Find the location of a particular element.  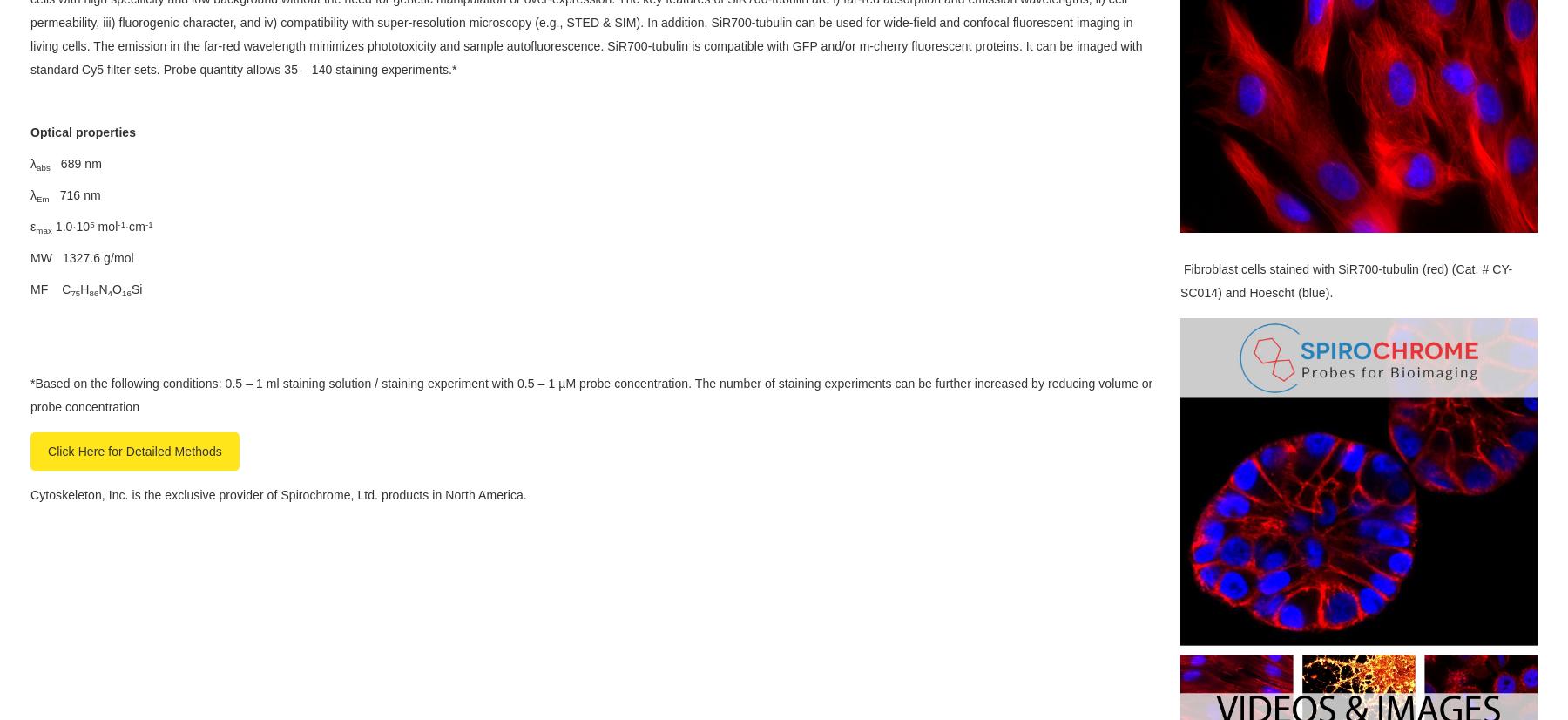

'86' is located at coordinates (92, 291).